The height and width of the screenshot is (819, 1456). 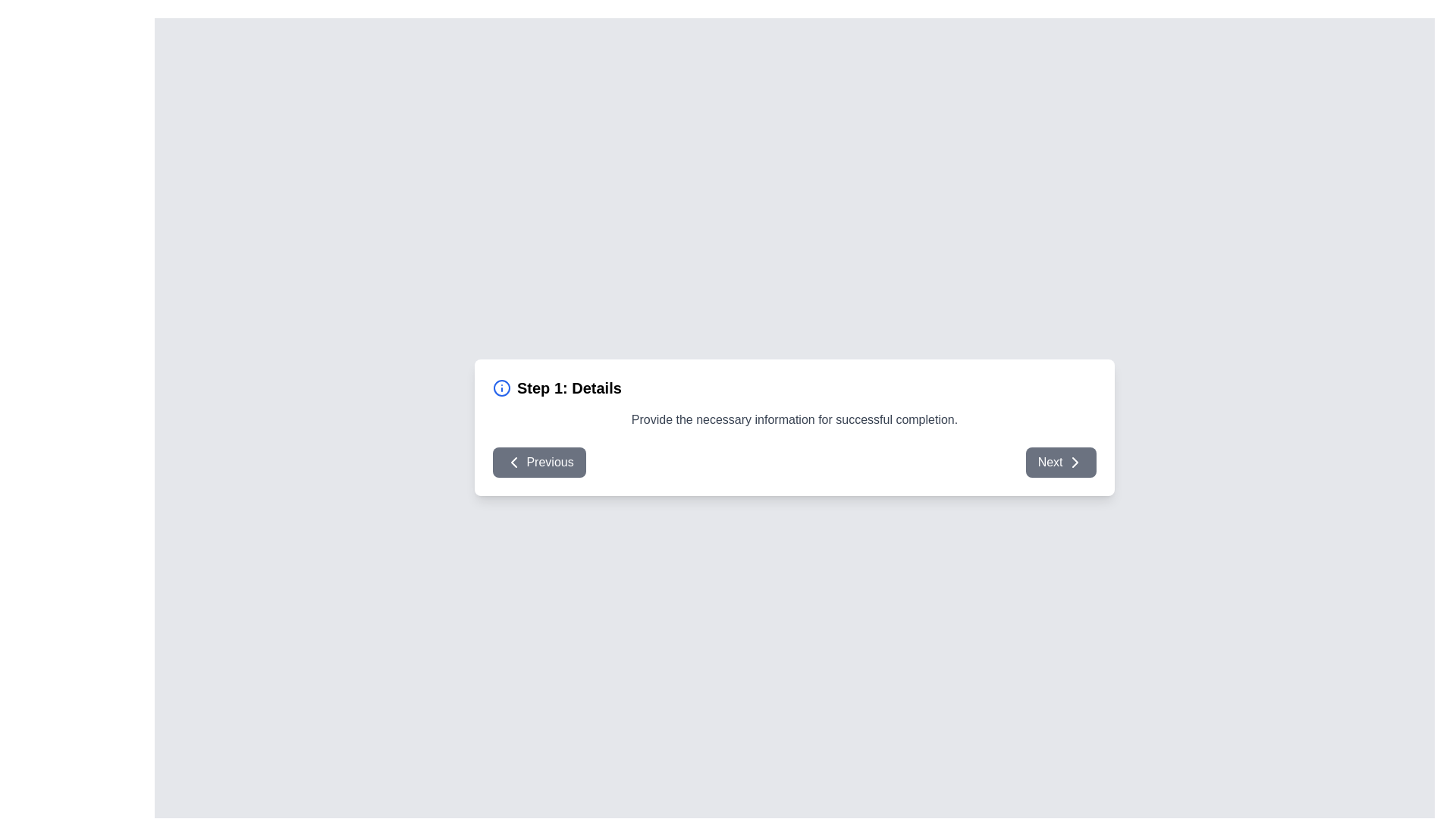 I want to click on the appearance of the rightward navigation icon located to the right of the 'Next' button, which indicates progression in the process, so click(x=1074, y=461).